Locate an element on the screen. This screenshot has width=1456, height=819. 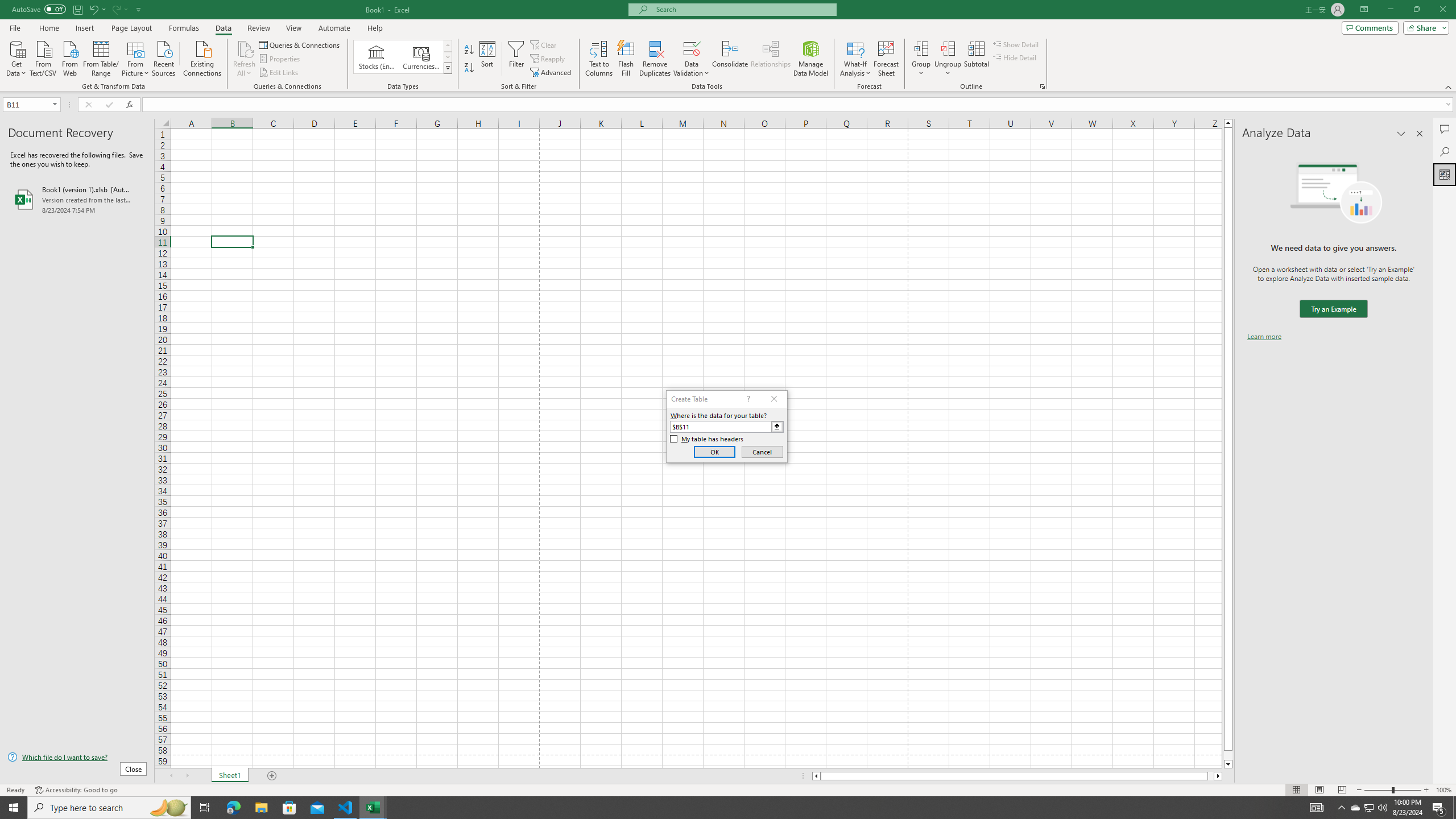
'Reapply' is located at coordinates (549, 59).